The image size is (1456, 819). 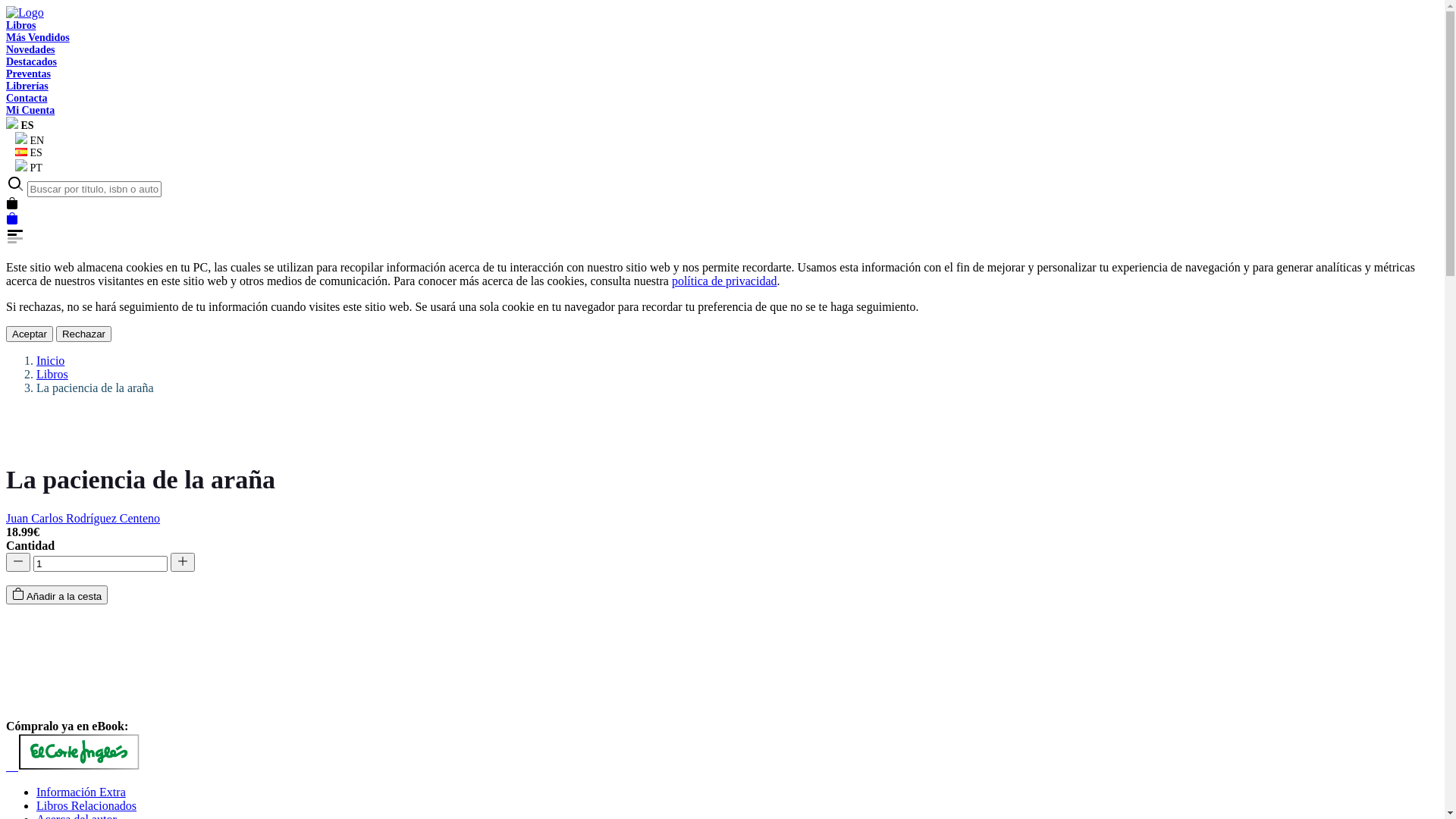 What do you see at coordinates (50, 360) in the screenshot?
I see `'Inicio'` at bounding box center [50, 360].